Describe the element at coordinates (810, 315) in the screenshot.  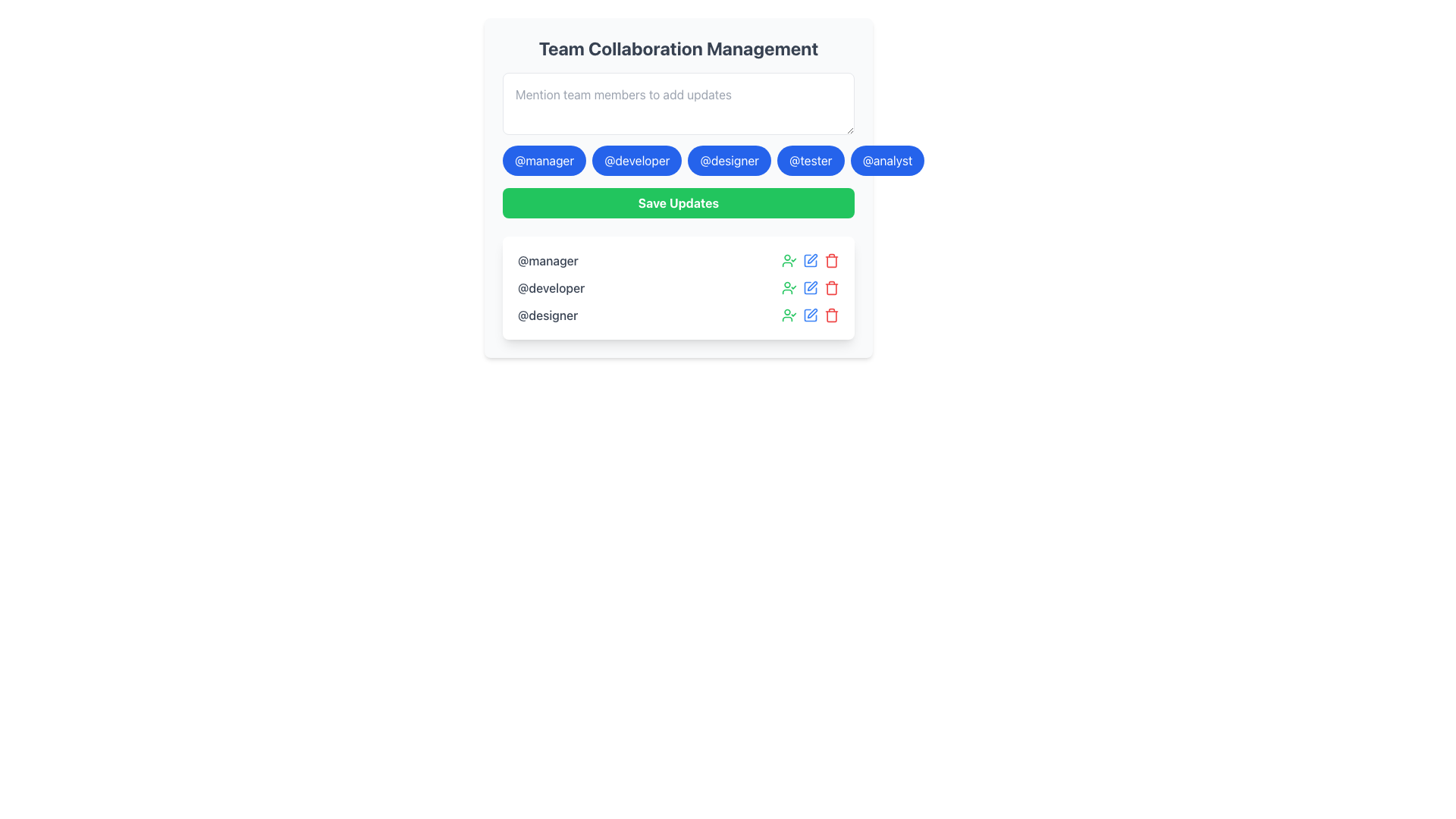
I see `the second icon from the left in a group of three action icons to the right of the '@designer' label for additional details or a tooltip` at that location.